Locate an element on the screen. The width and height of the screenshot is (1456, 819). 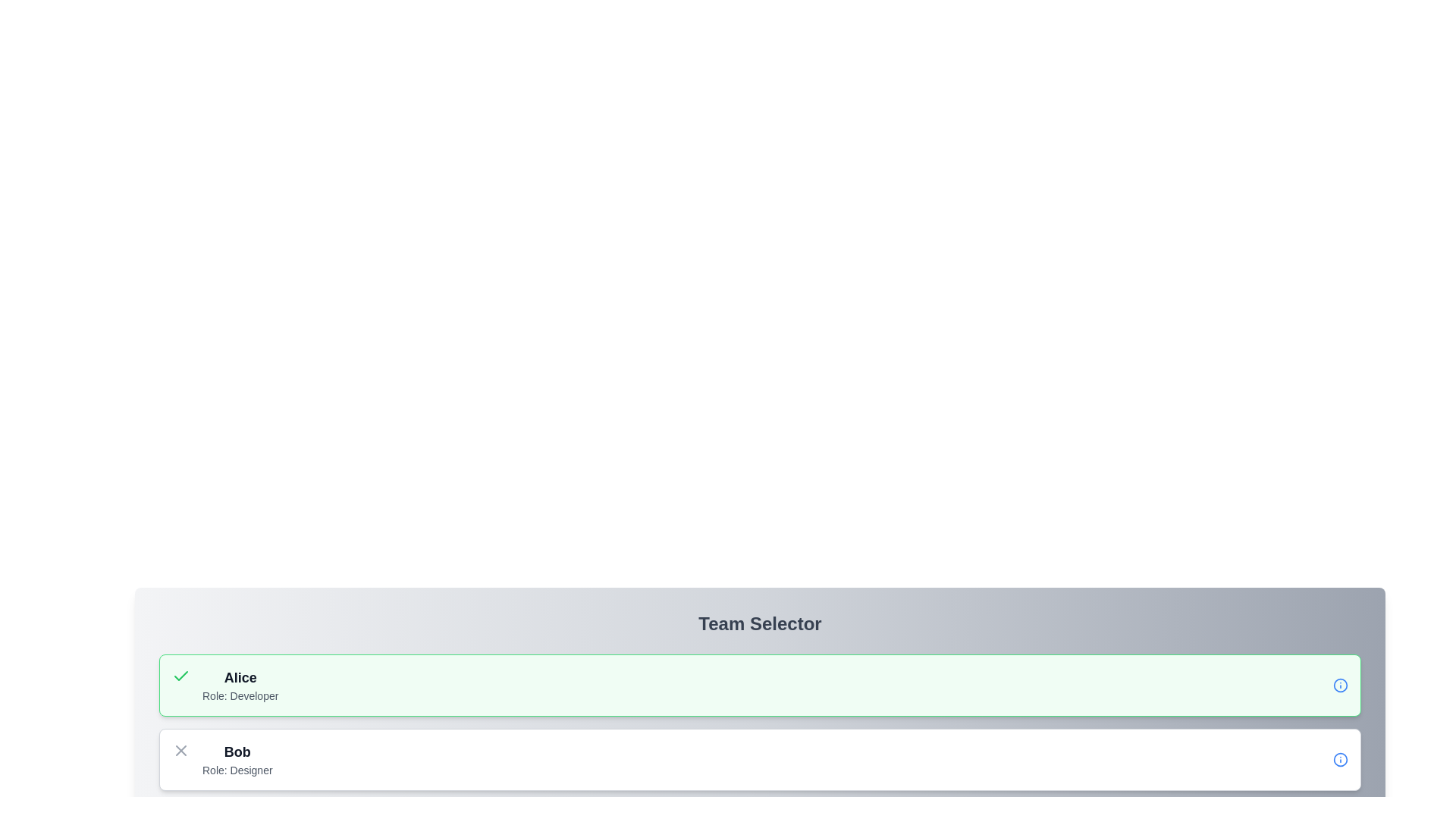
the status of the green checkmark icon located to the left of the text 'Alice' within the first user card is located at coordinates (181, 675).